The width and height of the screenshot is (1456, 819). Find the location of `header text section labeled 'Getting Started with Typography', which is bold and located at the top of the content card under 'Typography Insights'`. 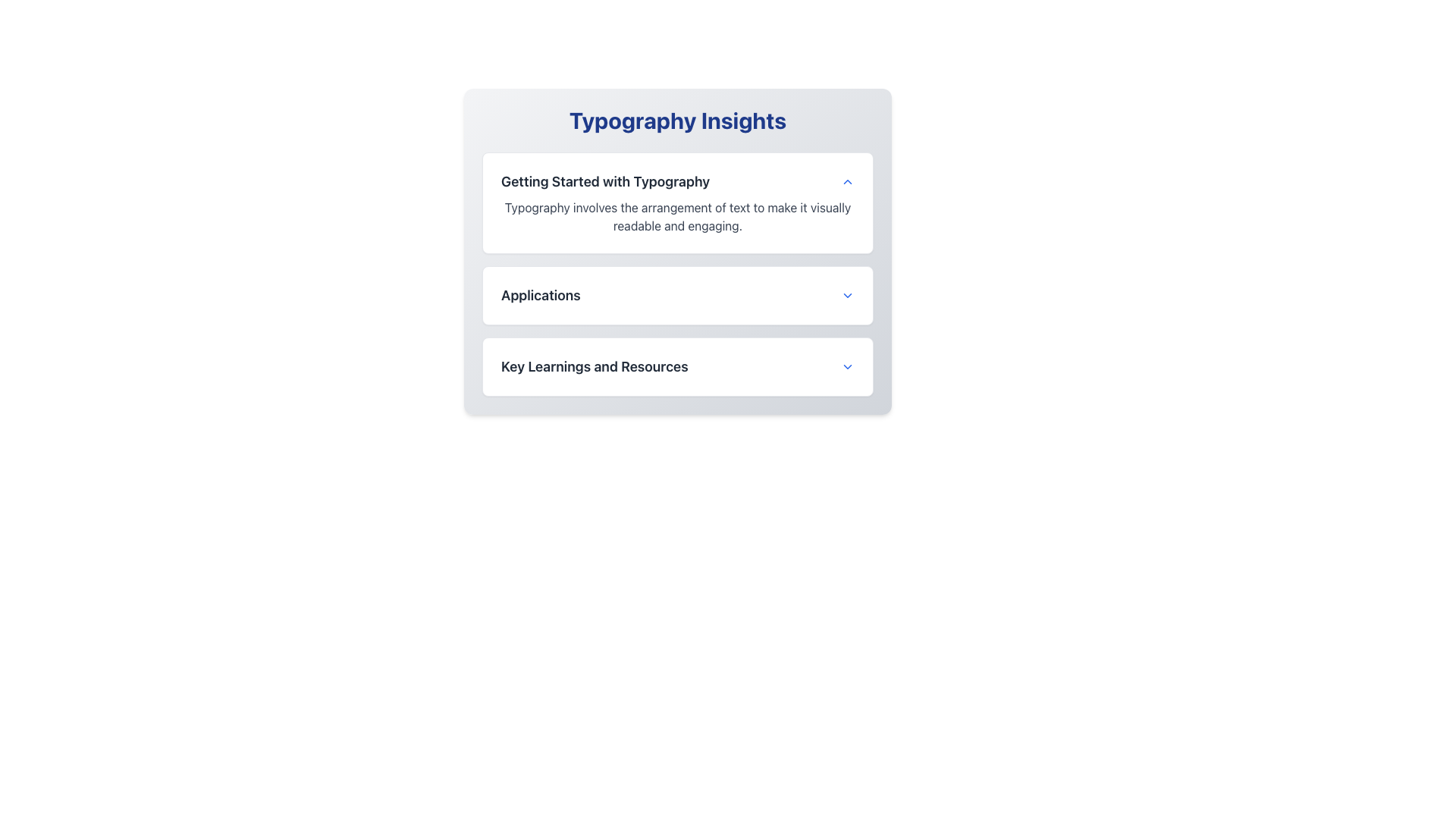

header text section labeled 'Getting Started with Typography', which is bold and located at the top of the content card under 'Typography Insights' is located at coordinates (676, 180).